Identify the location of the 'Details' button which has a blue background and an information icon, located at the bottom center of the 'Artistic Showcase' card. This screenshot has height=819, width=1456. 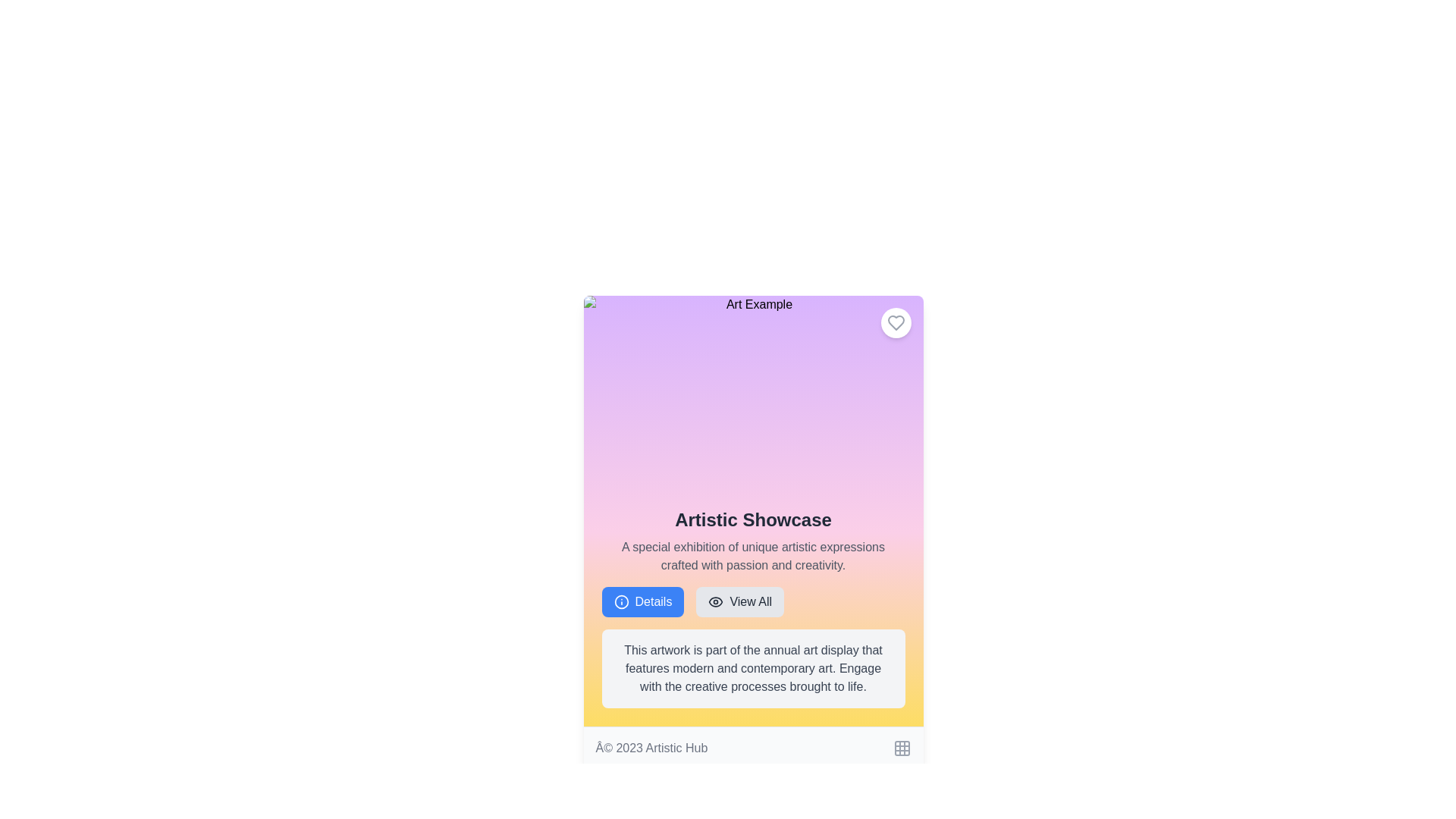
(642, 601).